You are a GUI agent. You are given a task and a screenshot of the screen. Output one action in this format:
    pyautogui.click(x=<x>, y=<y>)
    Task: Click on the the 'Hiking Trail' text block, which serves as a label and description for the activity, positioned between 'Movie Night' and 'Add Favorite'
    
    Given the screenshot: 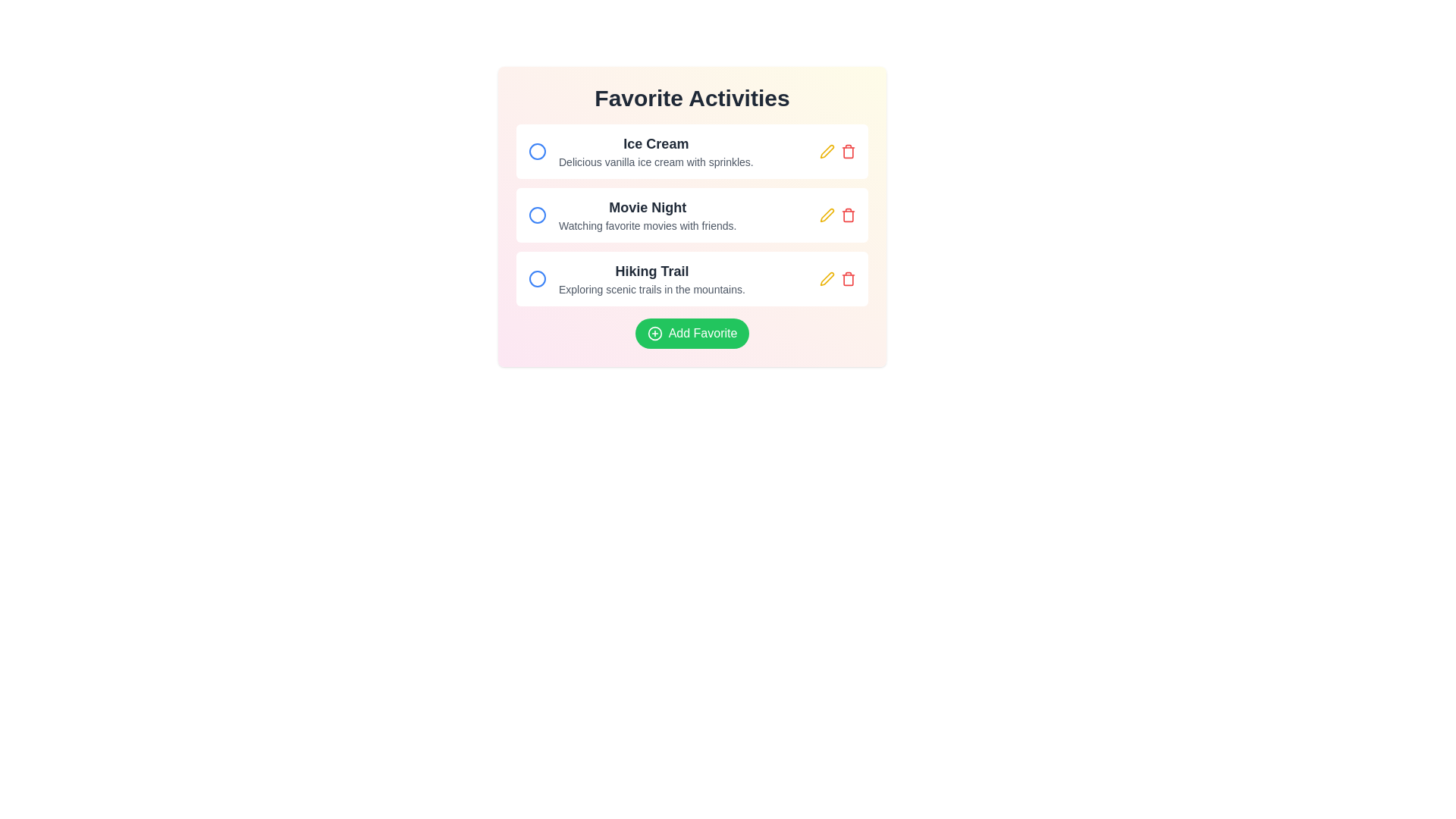 What is the action you would take?
    pyautogui.click(x=651, y=278)
    